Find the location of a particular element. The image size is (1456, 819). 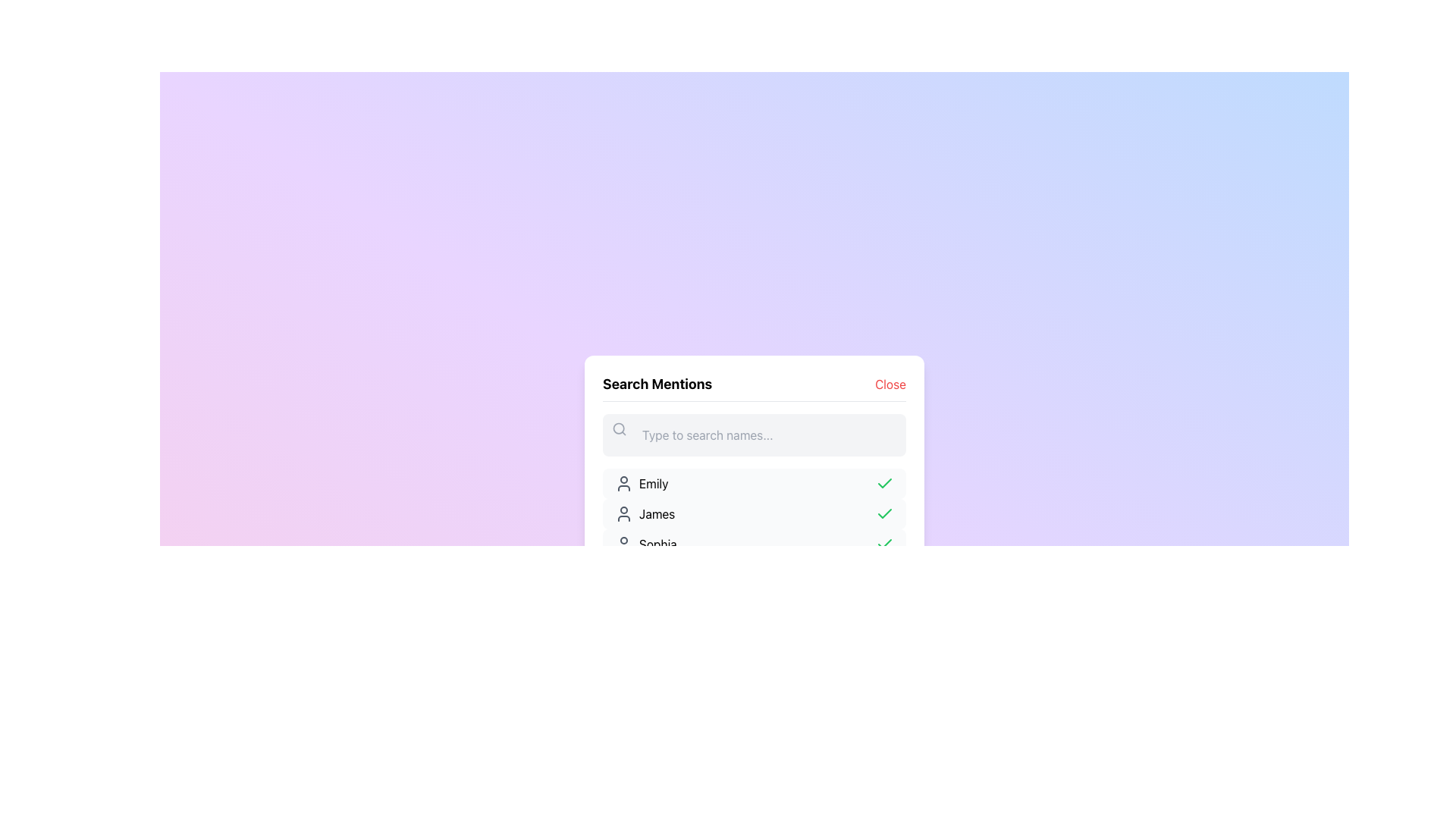

the text label 'Emily' which is the first entry in a vertically arranged selectable list located below the search bar is located at coordinates (654, 483).